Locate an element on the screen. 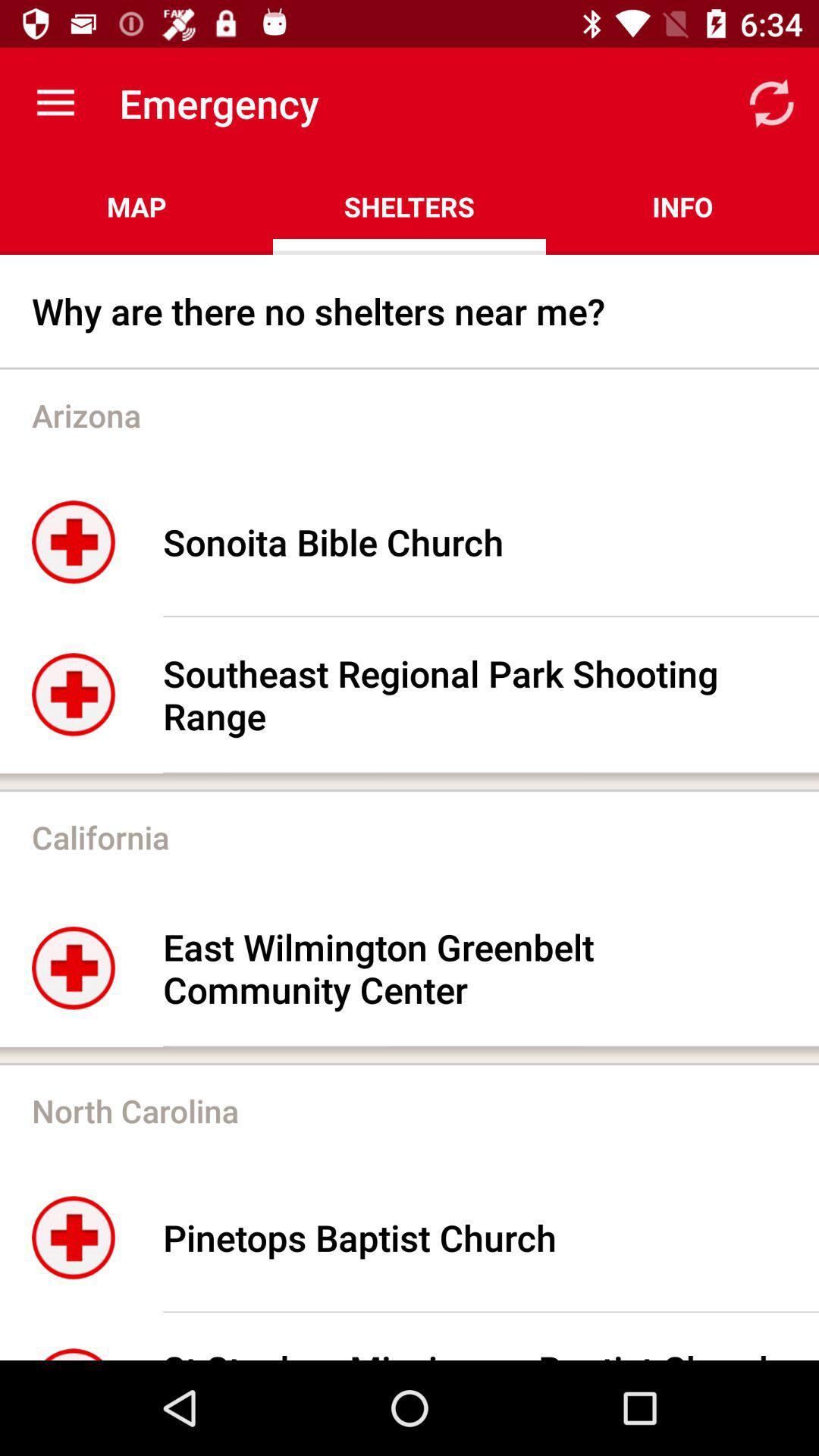 The height and width of the screenshot is (1456, 819). the item to the left of emergency app is located at coordinates (55, 102).